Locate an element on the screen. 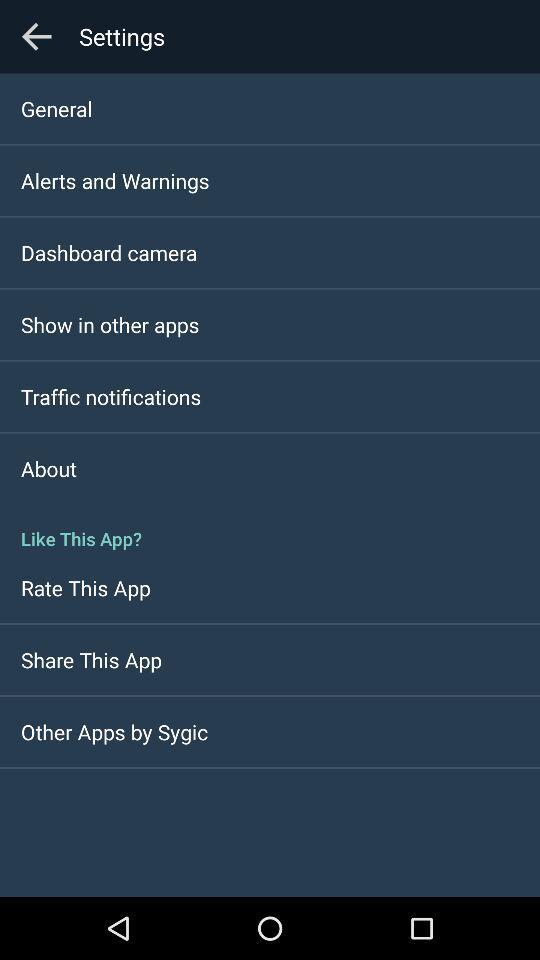 Image resolution: width=540 pixels, height=960 pixels. the alerts and warnings is located at coordinates (115, 179).